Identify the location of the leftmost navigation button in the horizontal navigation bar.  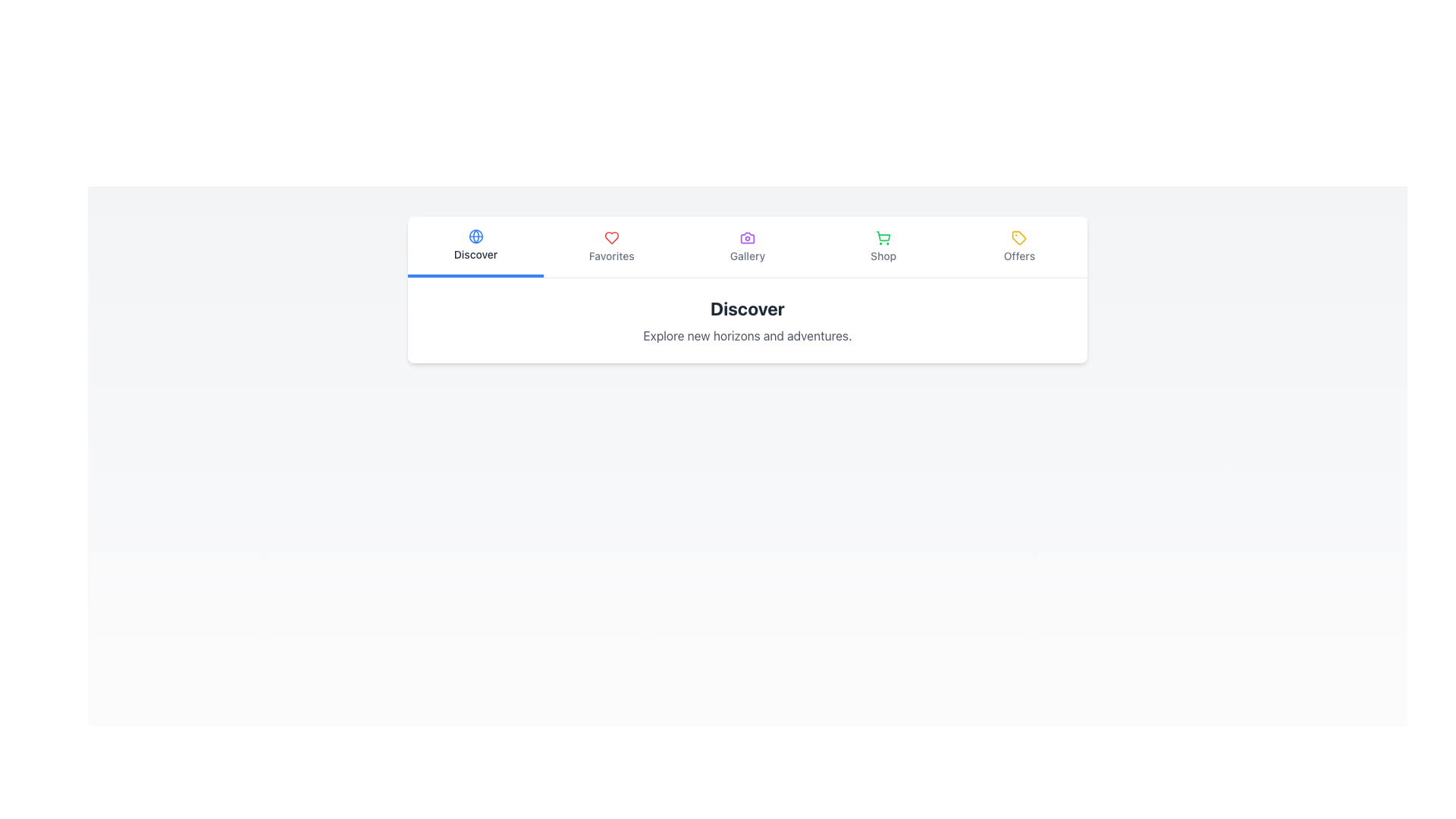
(475, 246).